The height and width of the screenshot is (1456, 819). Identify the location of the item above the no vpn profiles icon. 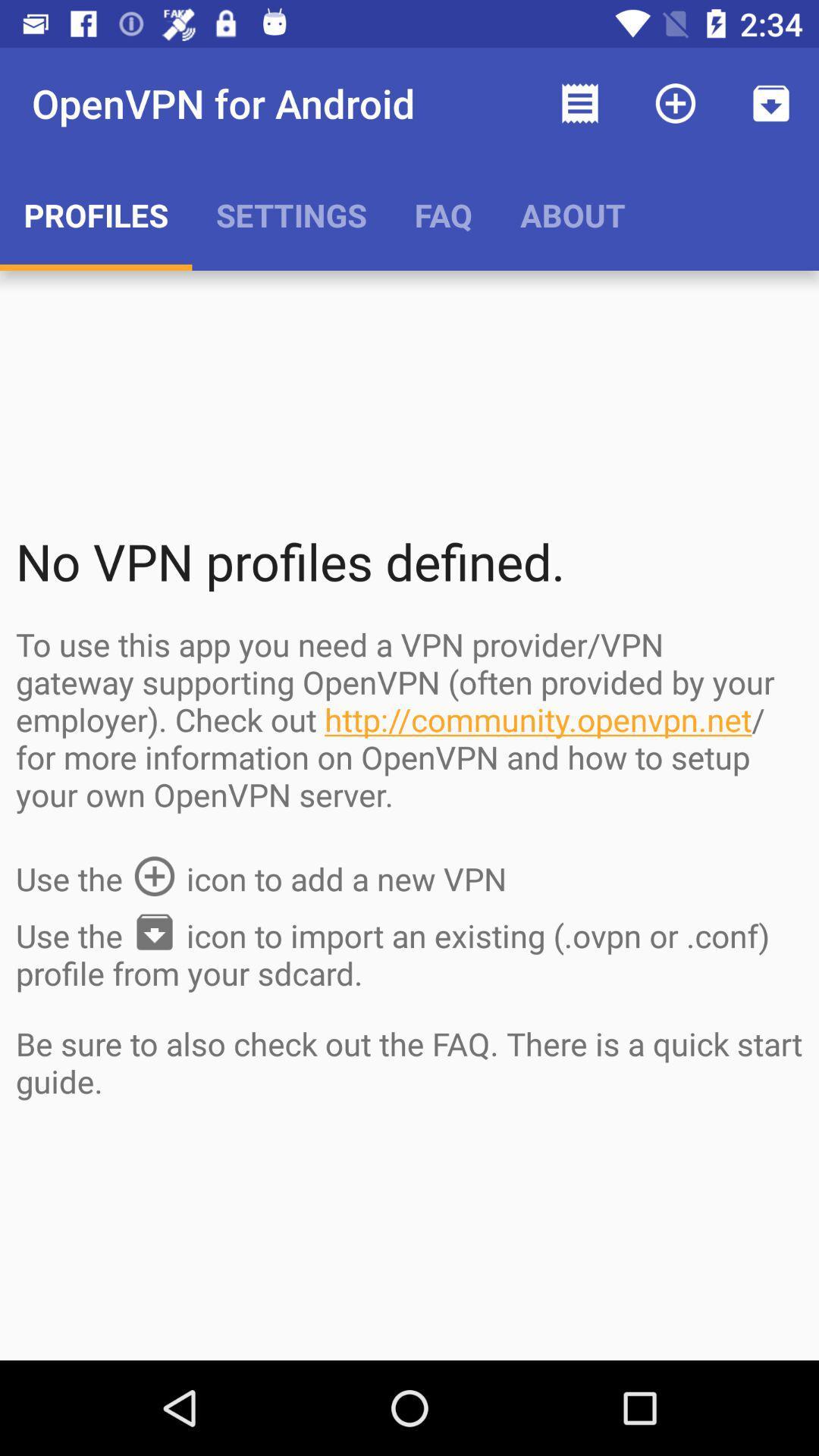
(573, 214).